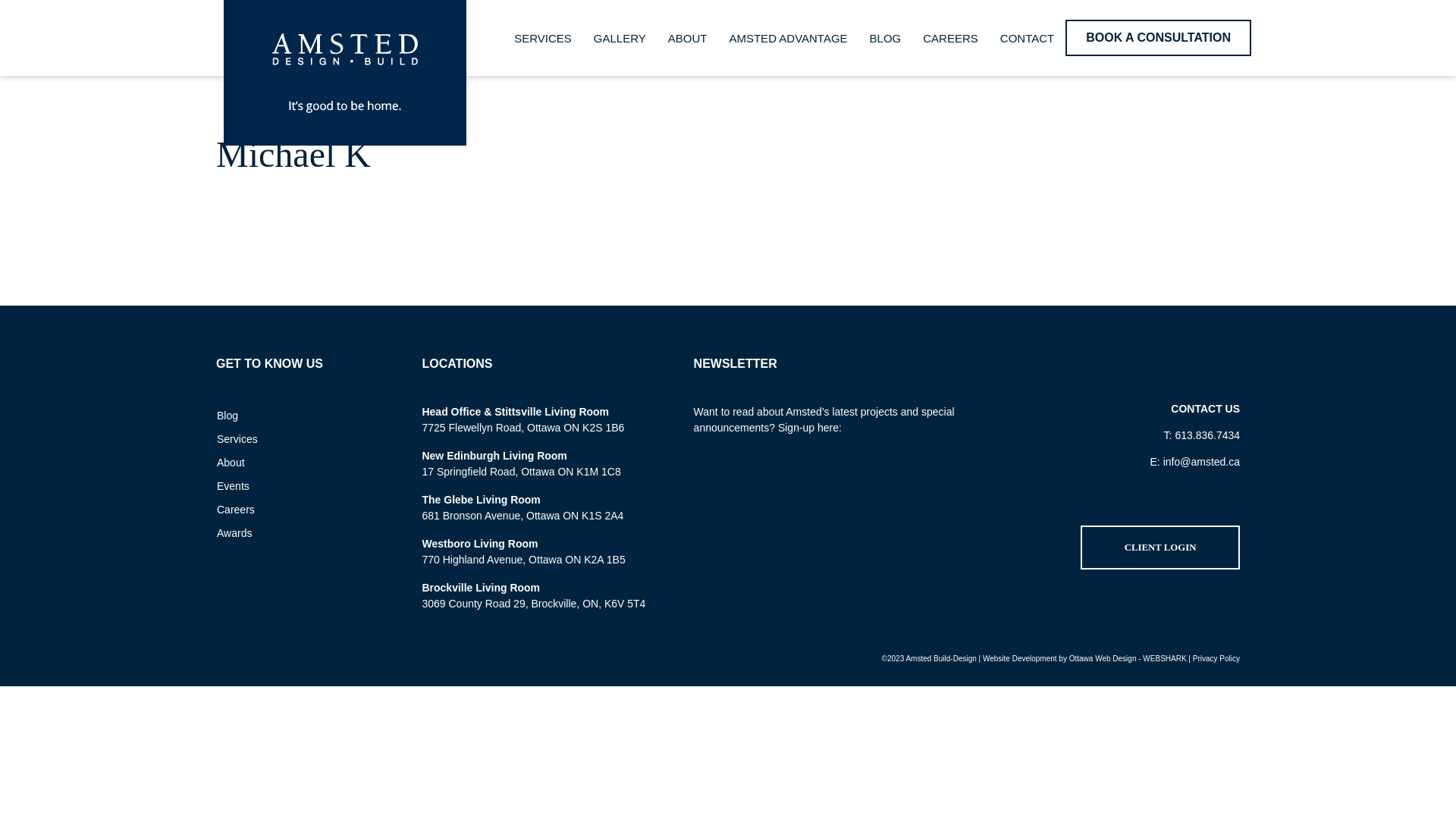 The width and height of the screenshot is (1456, 819). What do you see at coordinates (1103, 657) in the screenshot?
I see `'Ottawa Web Design'` at bounding box center [1103, 657].